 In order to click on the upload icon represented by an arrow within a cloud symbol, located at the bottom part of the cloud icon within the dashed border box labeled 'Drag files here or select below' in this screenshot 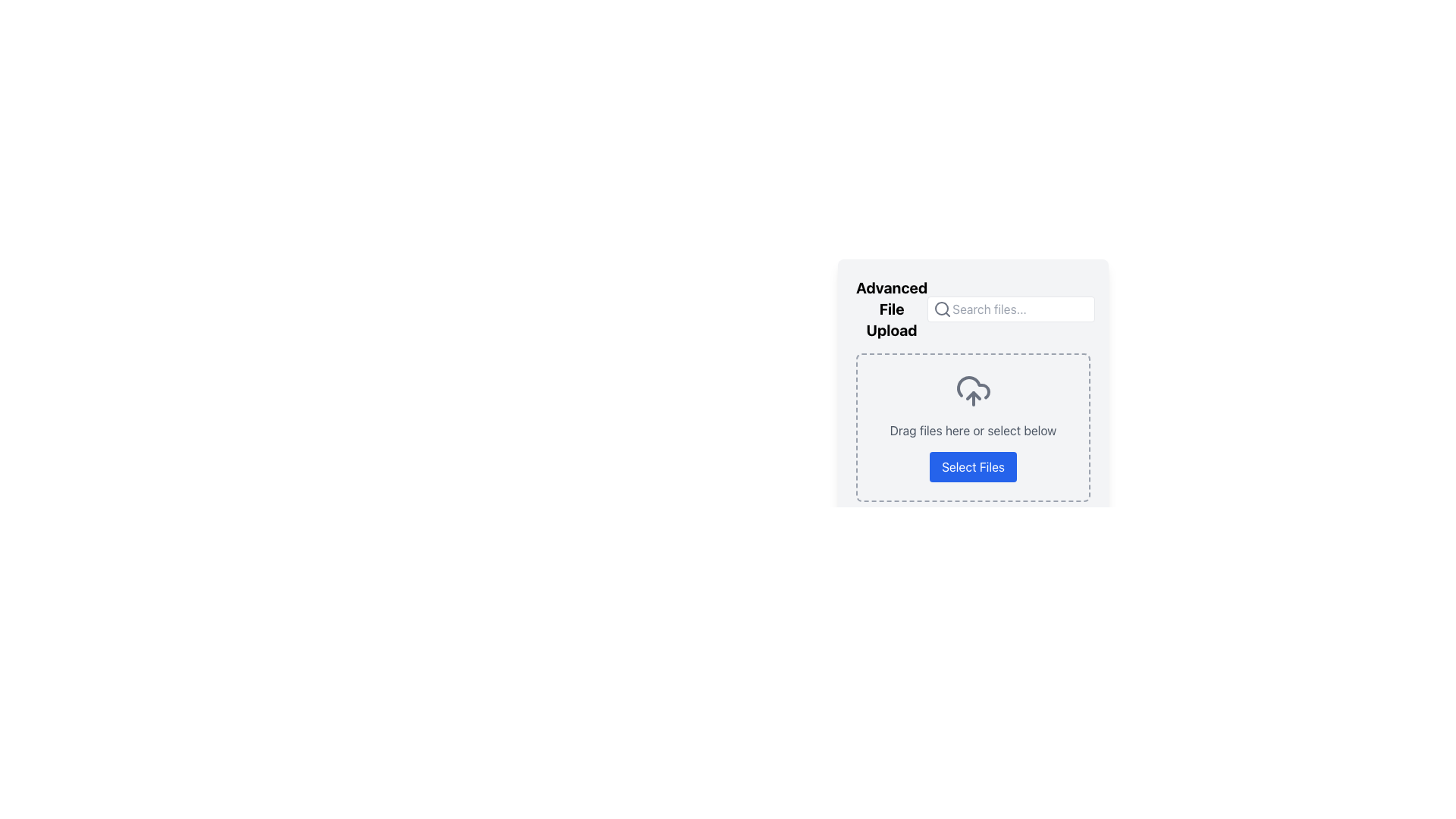, I will do `click(973, 394)`.